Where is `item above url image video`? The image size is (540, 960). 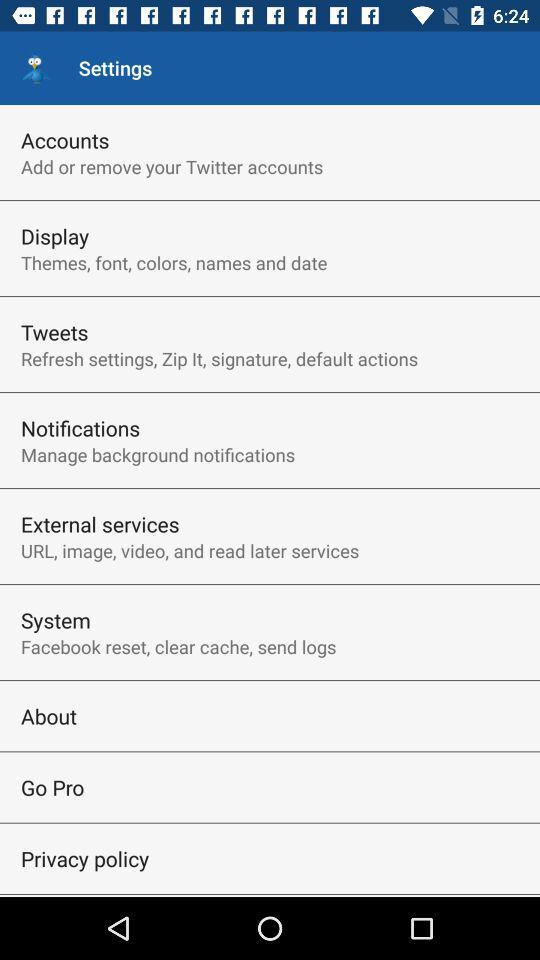 item above url image video is located at coordinates (99, 523).